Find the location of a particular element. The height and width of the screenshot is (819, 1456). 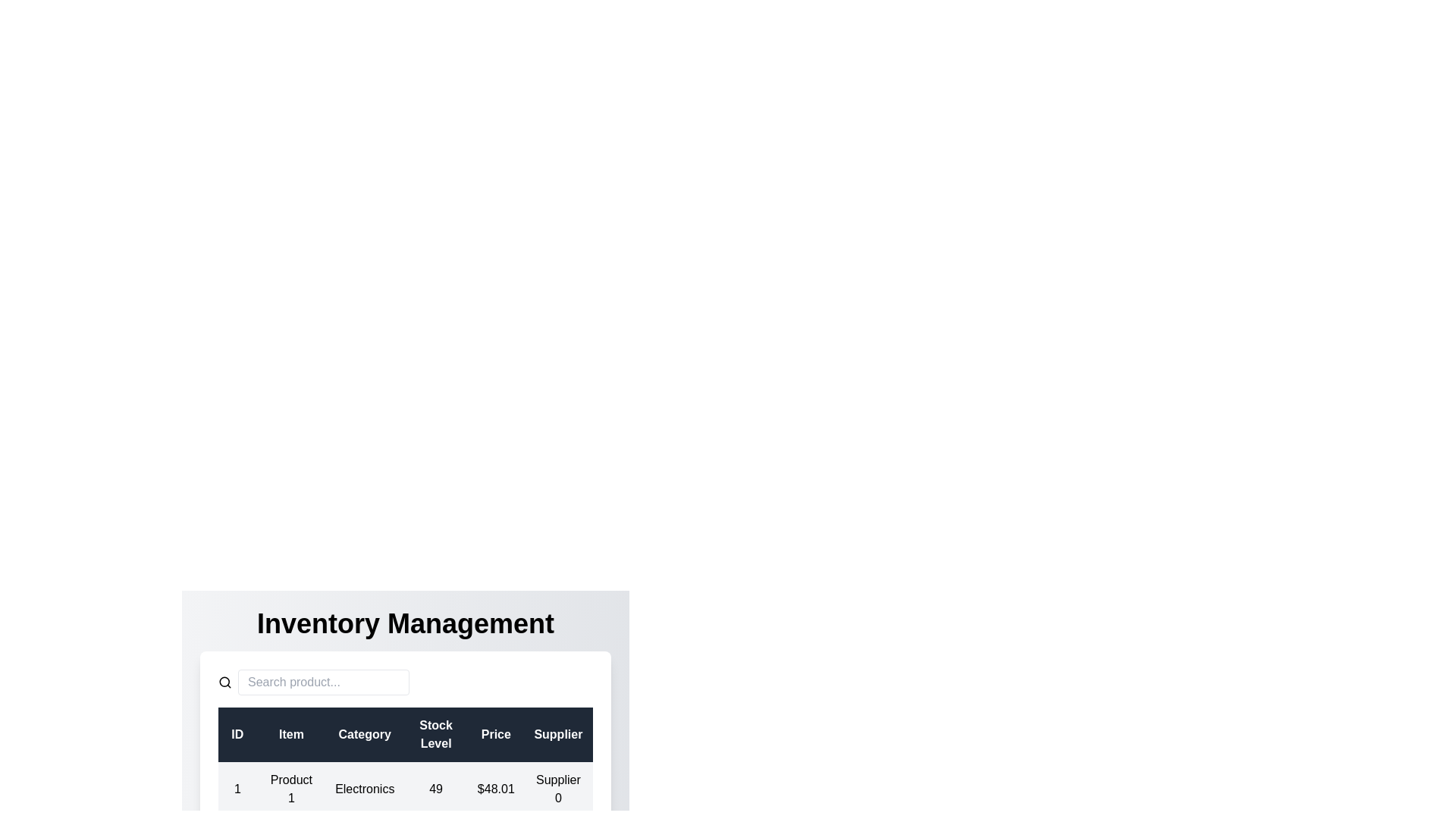

the column header Price to sort the data by that column is located at coordinates (495, 733).